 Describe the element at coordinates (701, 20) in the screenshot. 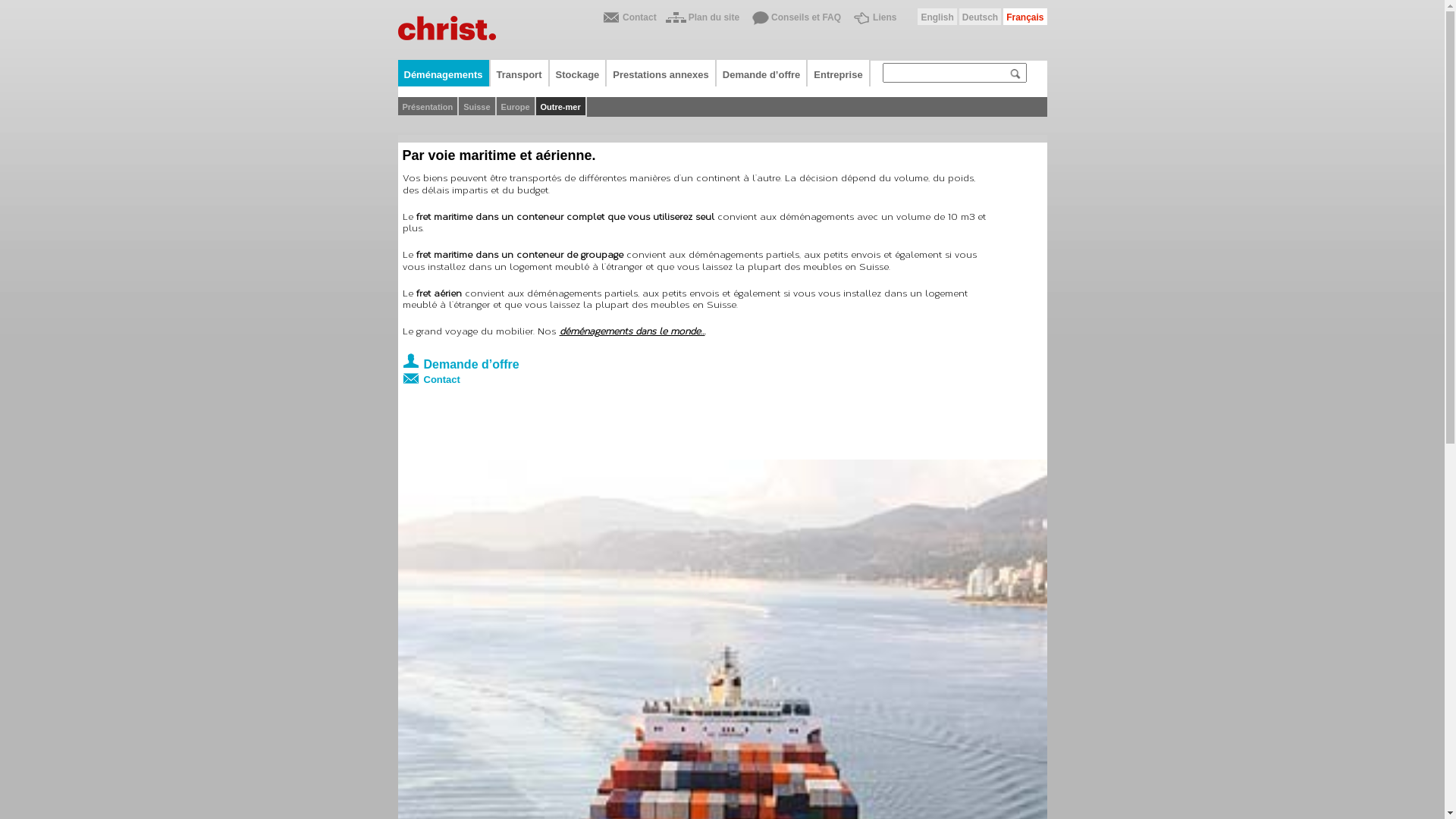

I see `'Plan du site'` at that location.